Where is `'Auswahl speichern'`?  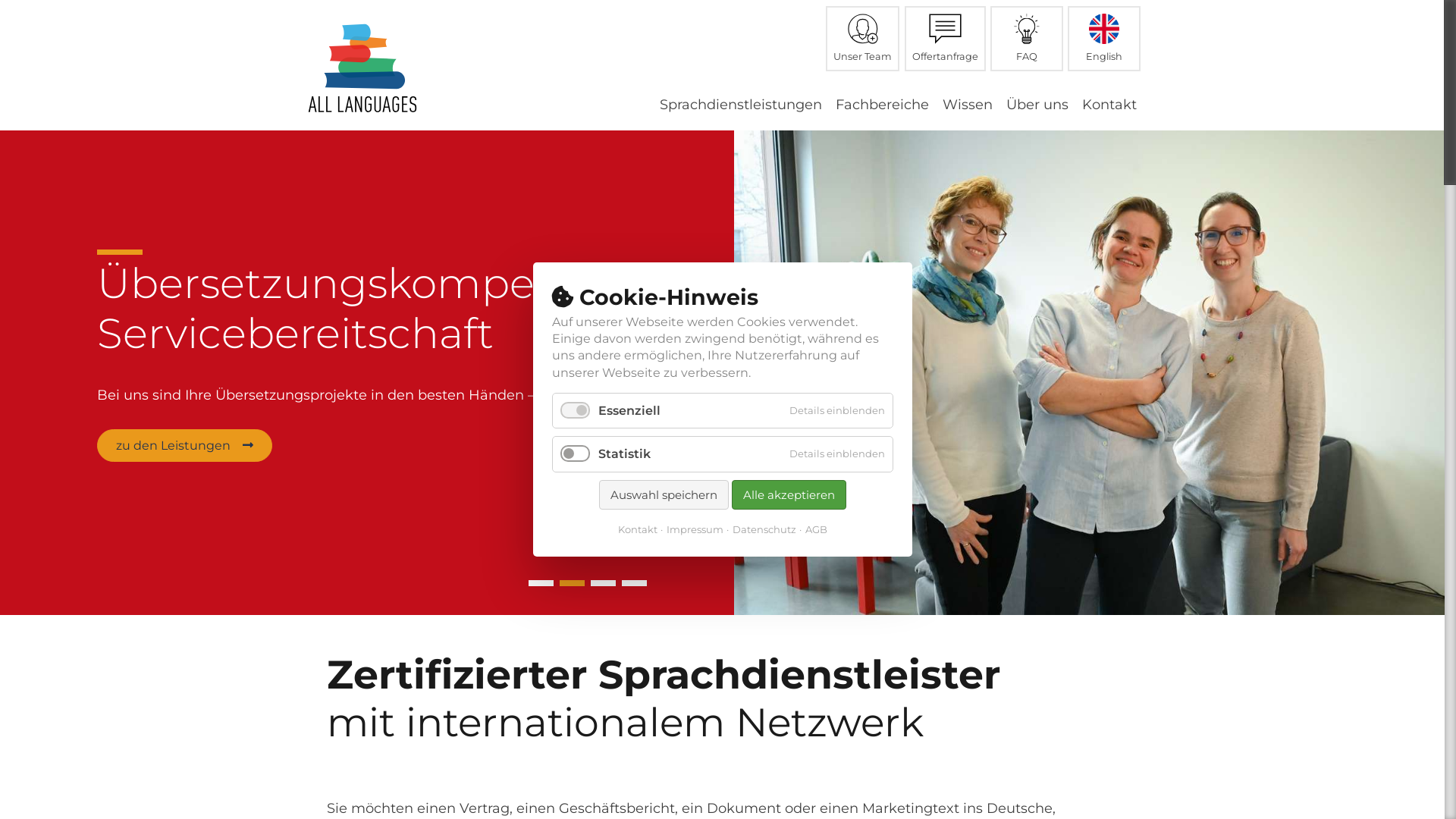
'Auswahl speichern' is located at coordinates (664, 494).